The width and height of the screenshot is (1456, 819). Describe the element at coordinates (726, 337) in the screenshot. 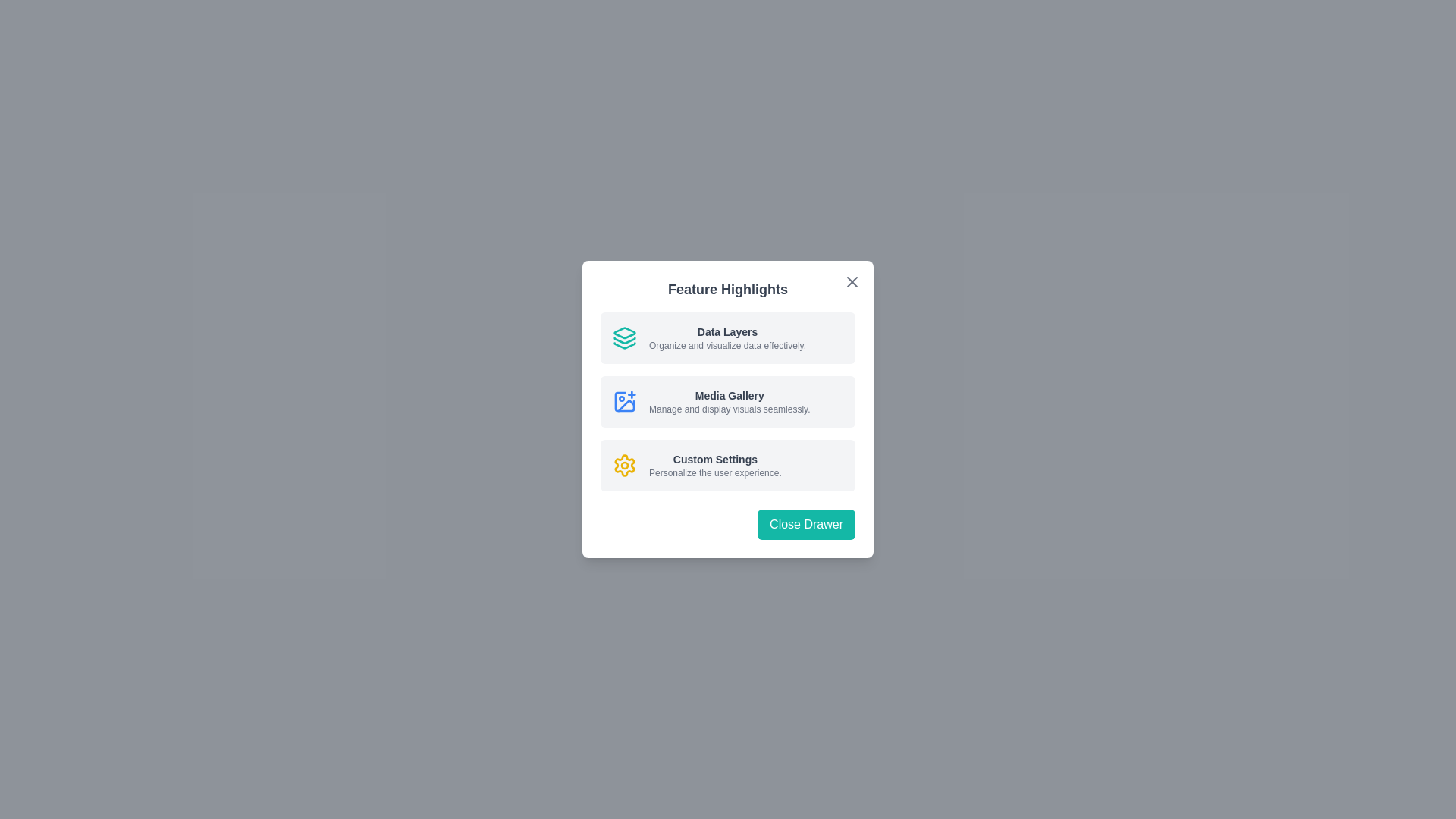

I see `informational text block titled 'Data Layers' that describes how to organize and visualize data effectively, located in the upper part of the modal dialog` at that location.